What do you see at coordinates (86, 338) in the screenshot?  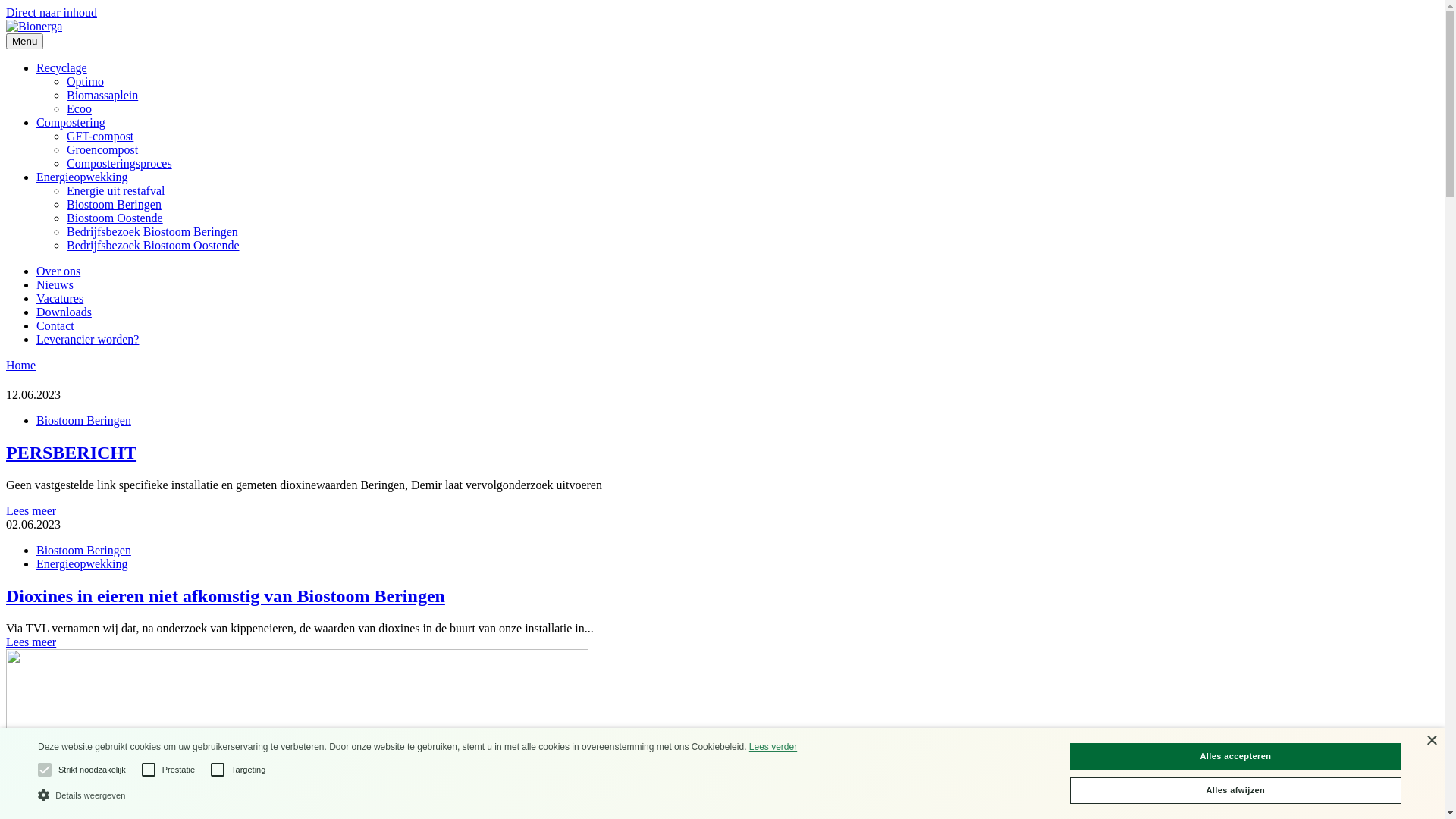 I see `'Leverancier worden?'` at bounding box center [86, 338].